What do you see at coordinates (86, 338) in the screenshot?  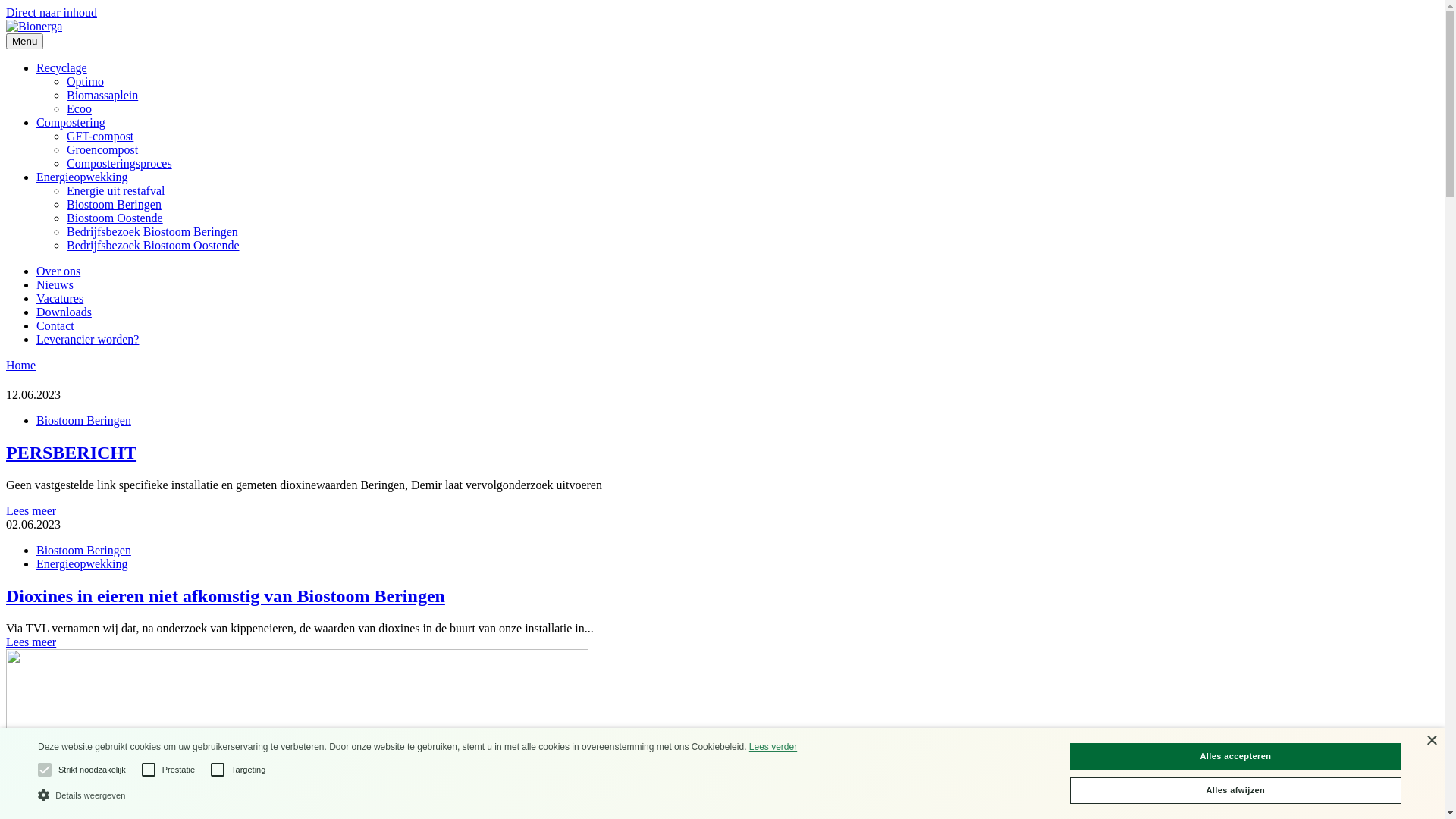 I see `'Leverancier worden?'` at bounding box center [86, 338].